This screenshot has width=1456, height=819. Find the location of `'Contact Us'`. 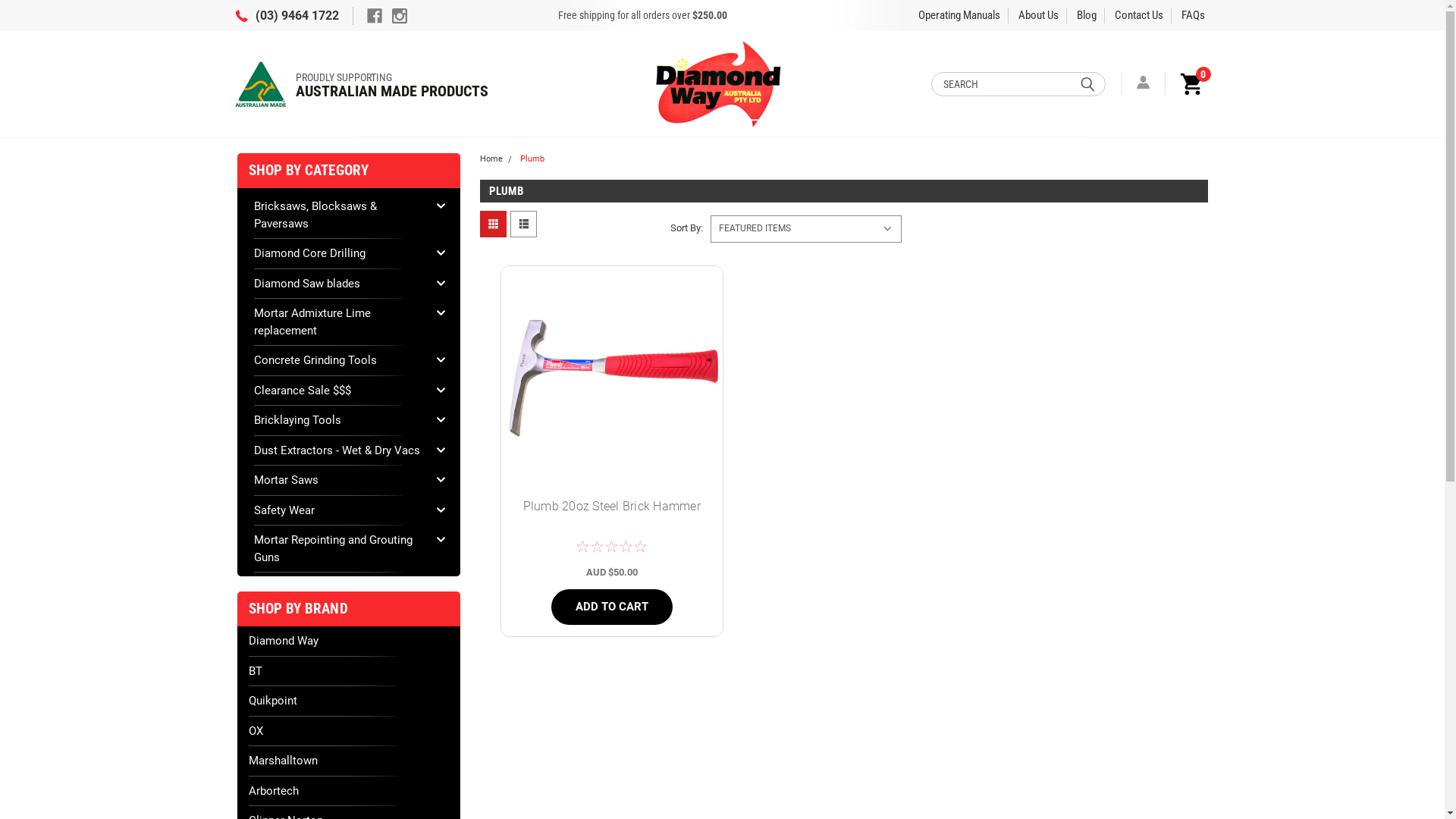

'Contact Us' is located at coordinates (1139, 14).